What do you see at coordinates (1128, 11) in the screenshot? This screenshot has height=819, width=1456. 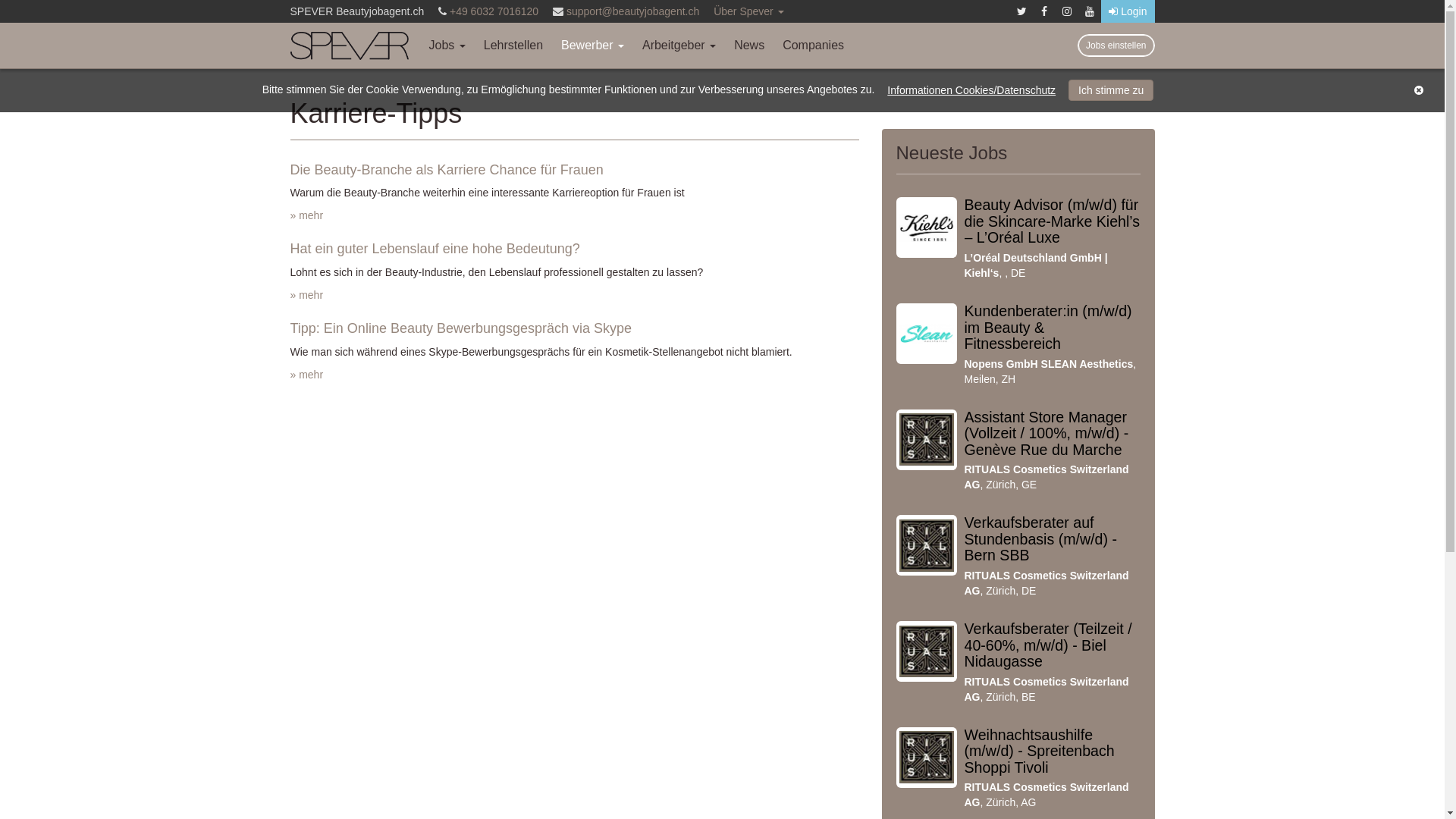 I see `'Login'` at bounding box center [1128, 11].